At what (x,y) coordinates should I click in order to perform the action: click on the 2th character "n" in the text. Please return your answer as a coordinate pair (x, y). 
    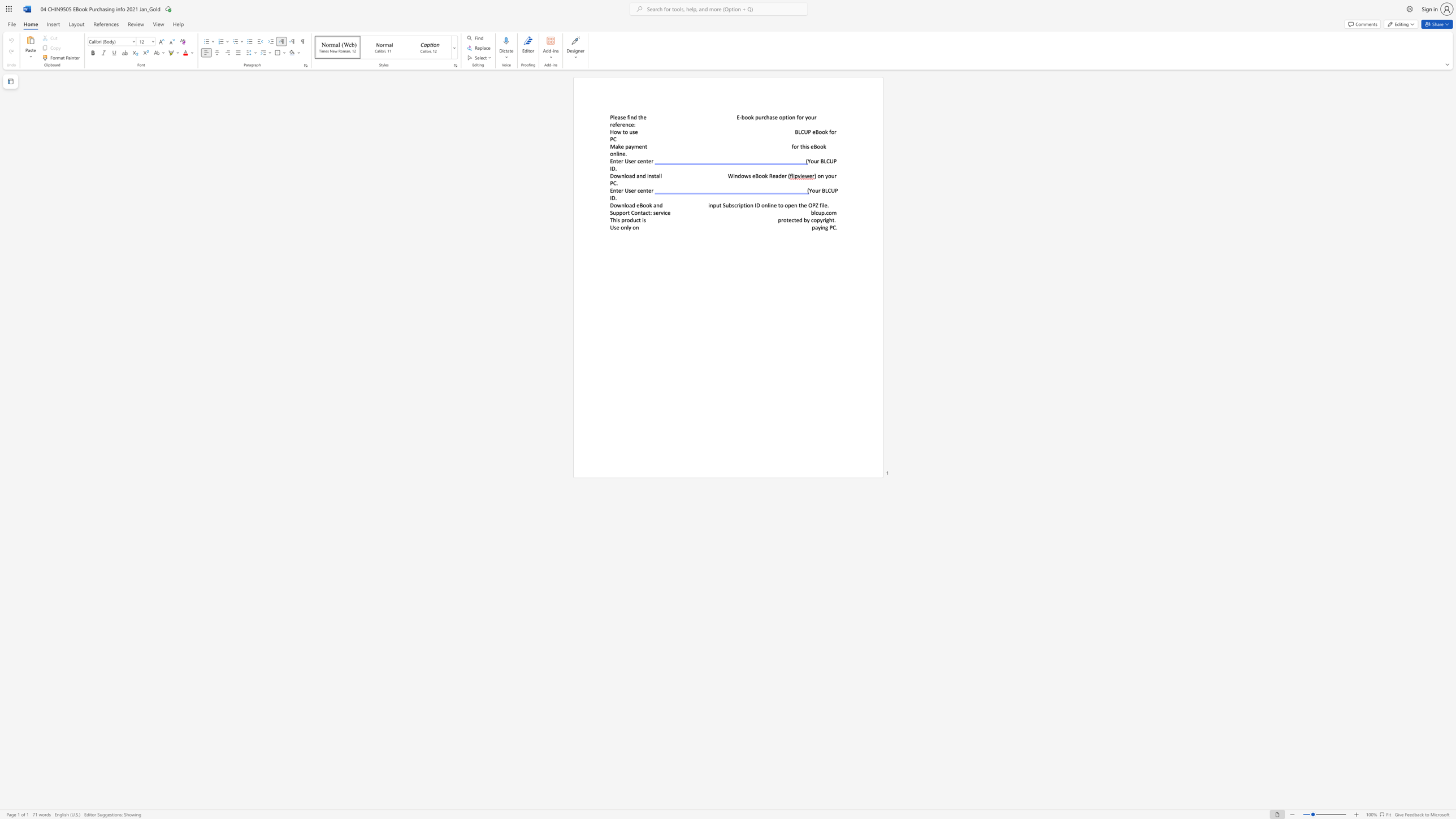
    Looking at the image, I should click on (640, 176).